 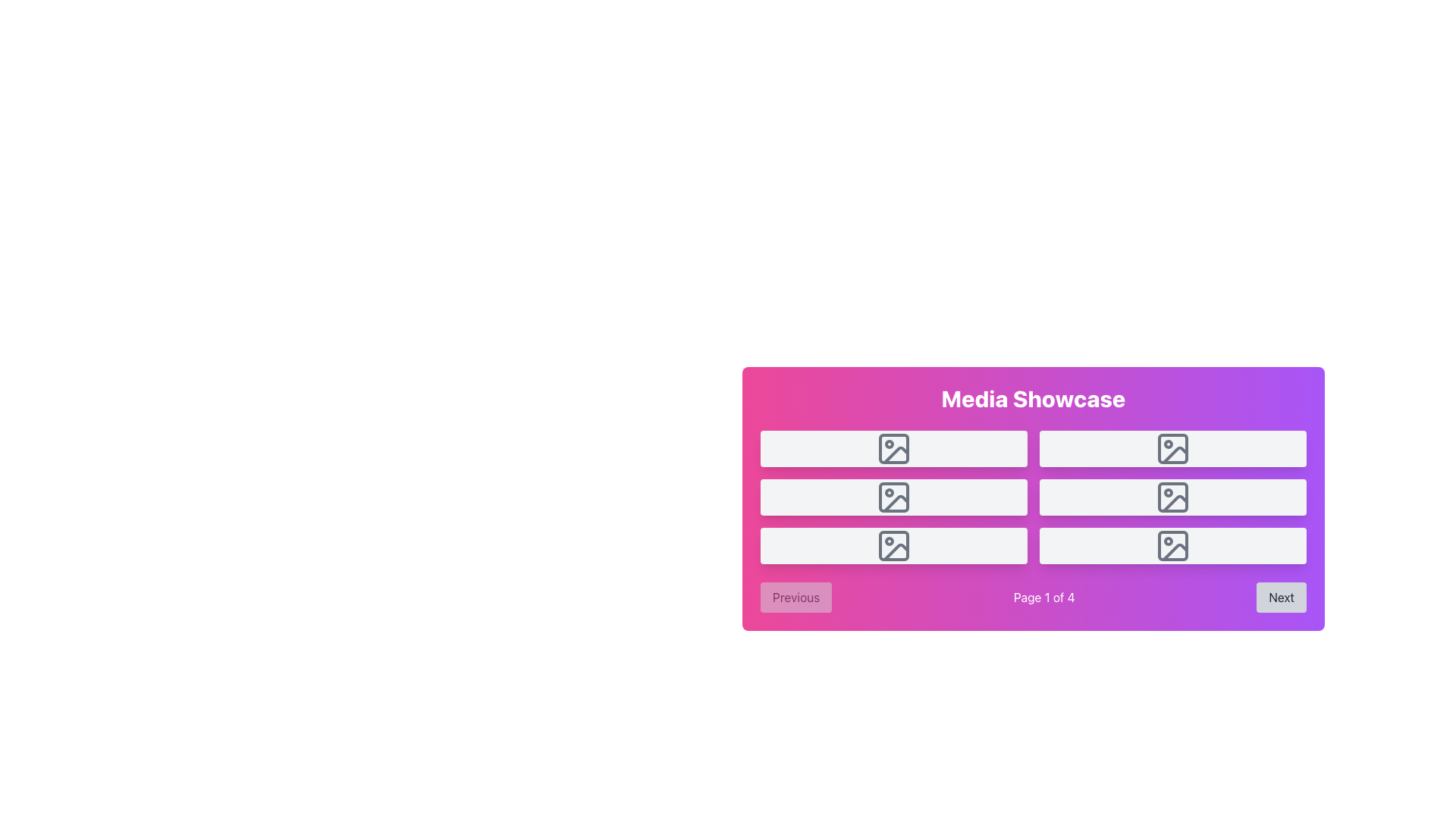 I want to click on the image placeholder icon located at the bottom-right corner of the media showcase panel, specifically in the last cell of the third row in a 3x2 grid, so click(x=1172, y=546).